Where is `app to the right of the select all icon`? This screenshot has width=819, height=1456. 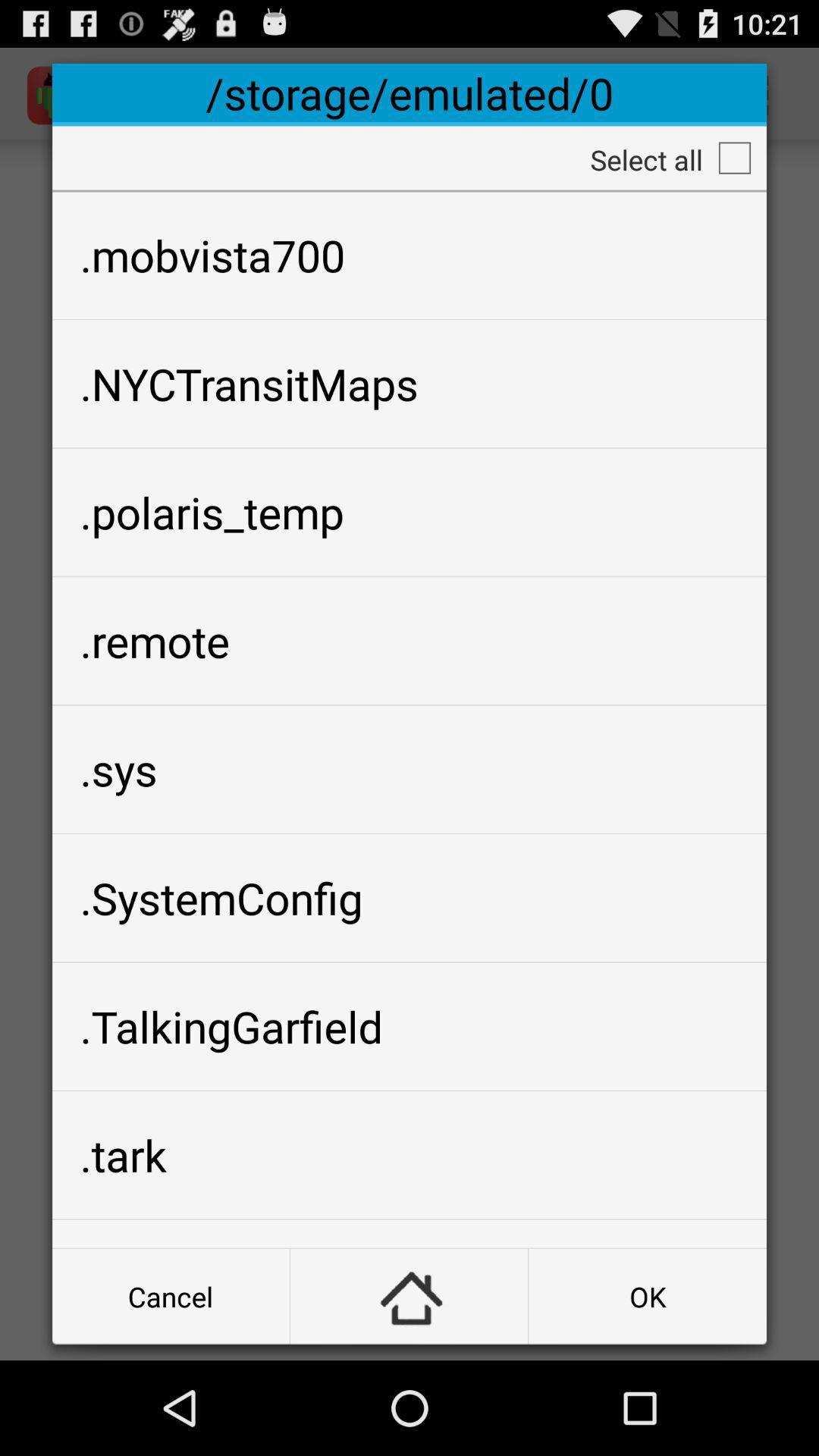
app to the right of the select all icon is located at coordinates (733, 158).